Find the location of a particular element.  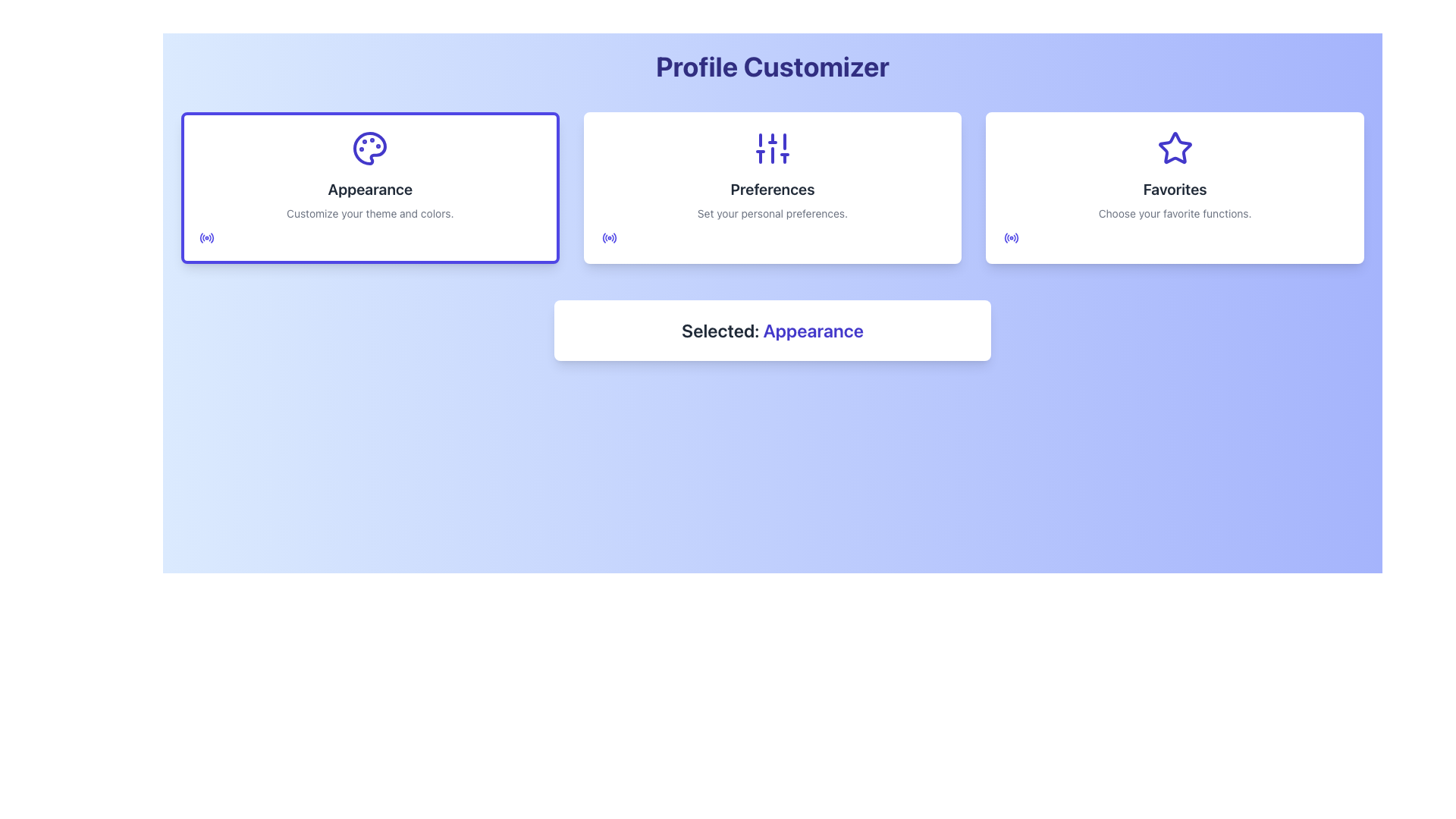

Card Title Text labeled 'Preferences', which is styled in large, bold font and located within a white card on a blue gradient background is located at coordinates (772, 189).